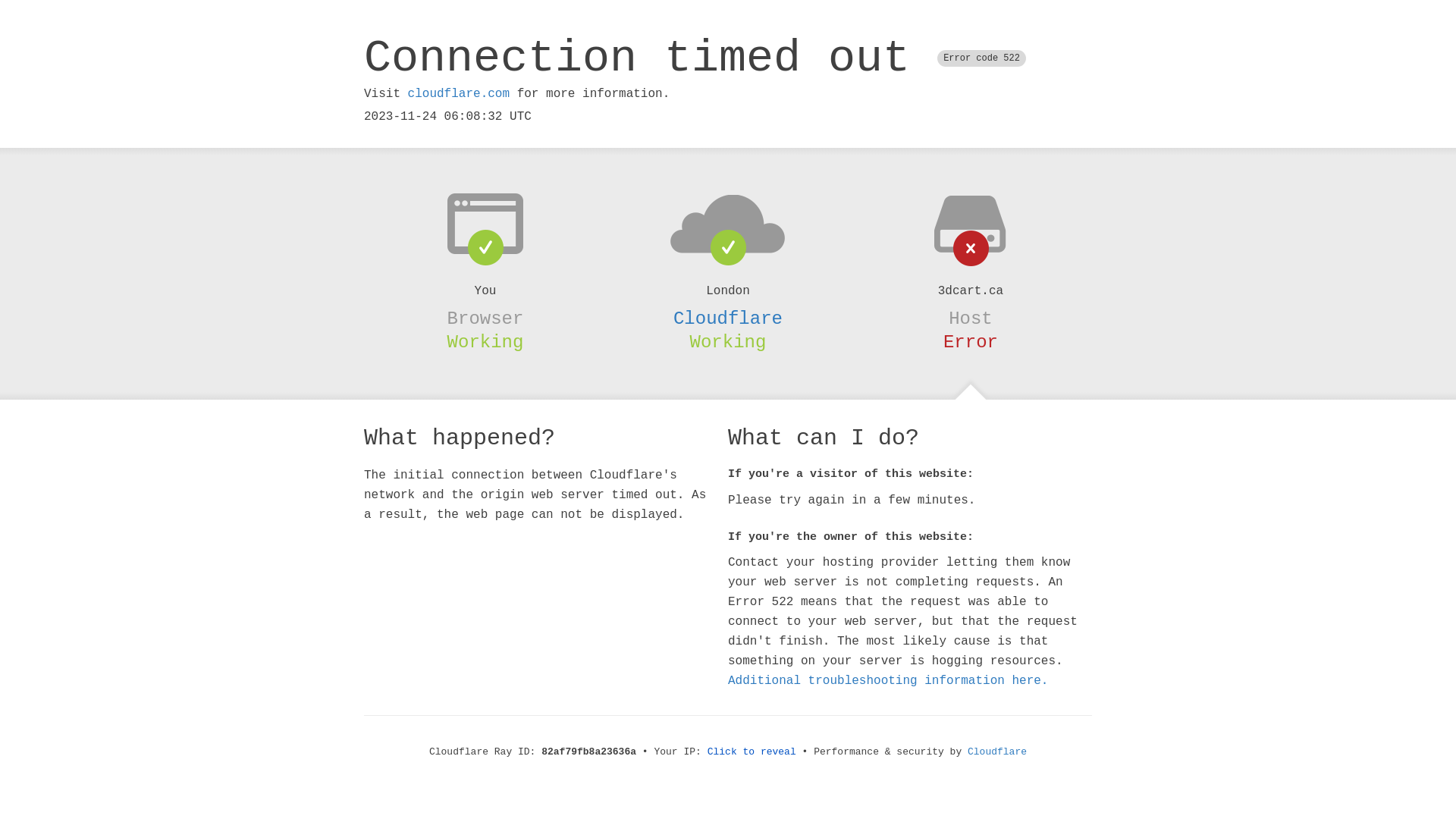 This screenshot has height=819, width=1456. I want to click on 'Cloudflare', so click(728, 318).